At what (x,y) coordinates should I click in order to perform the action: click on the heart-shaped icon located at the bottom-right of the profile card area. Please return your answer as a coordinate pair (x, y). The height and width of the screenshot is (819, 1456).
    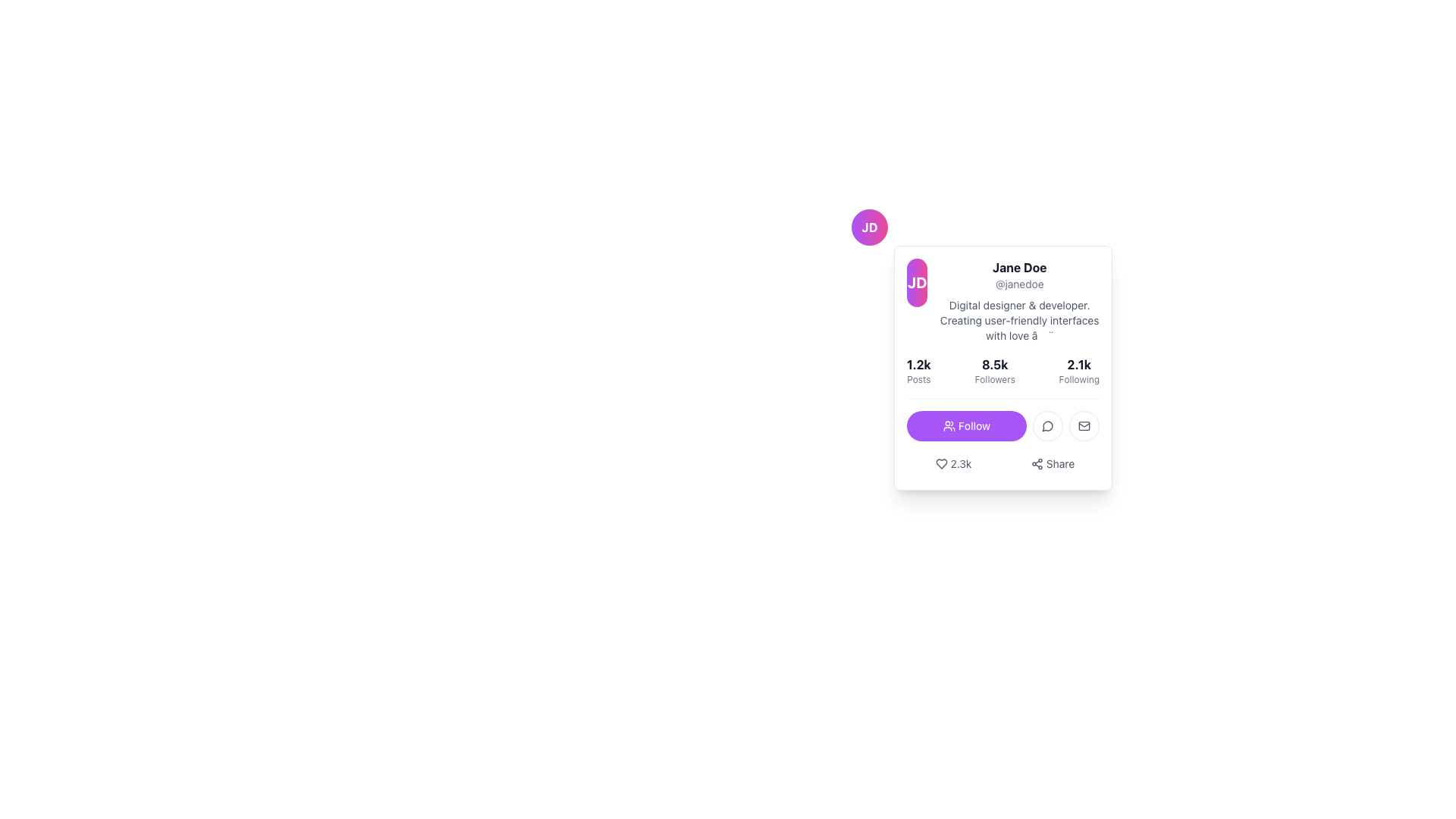
    Looking at the image, I should click on (940, 463).